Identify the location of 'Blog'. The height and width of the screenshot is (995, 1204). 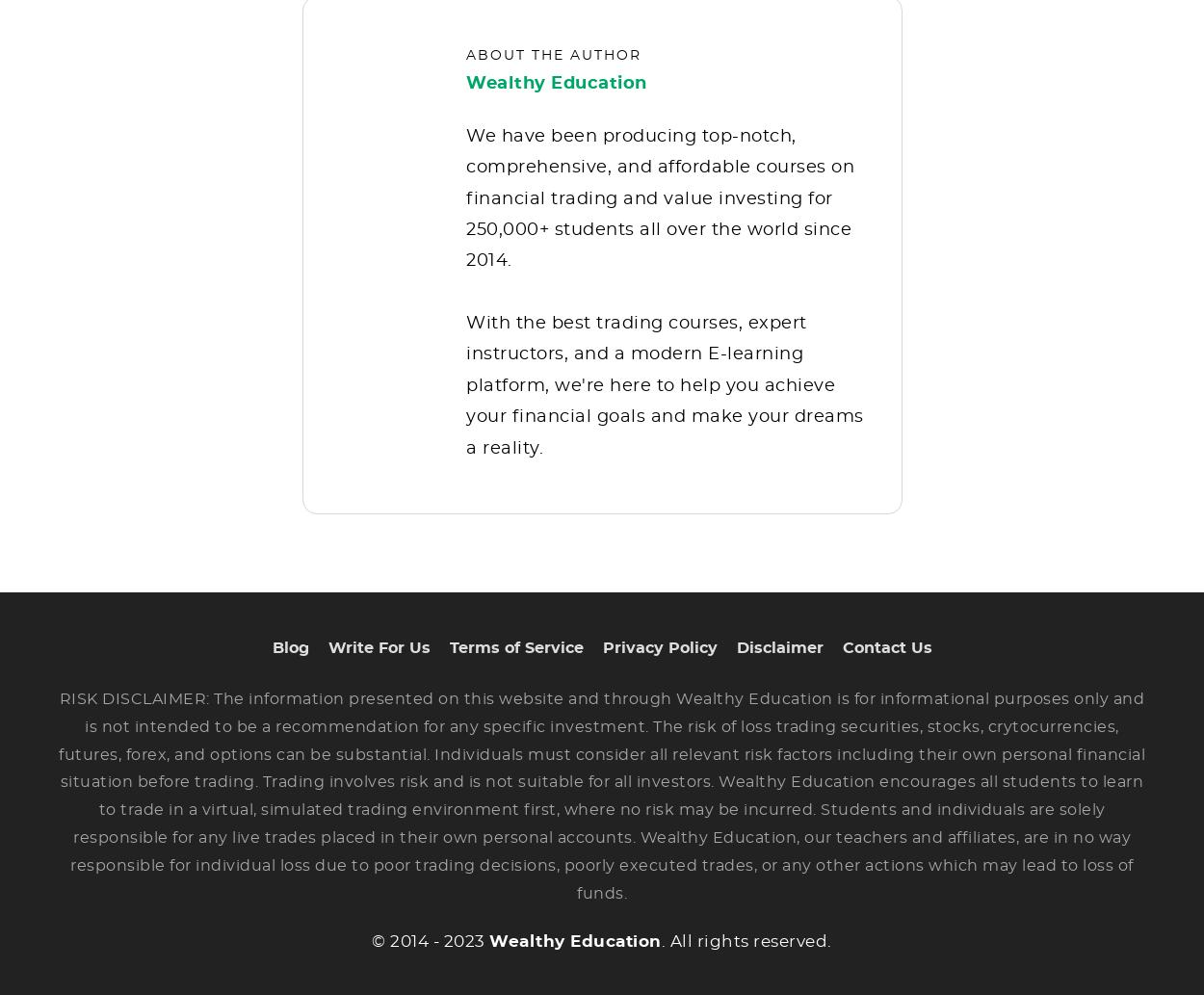
(290, 661).